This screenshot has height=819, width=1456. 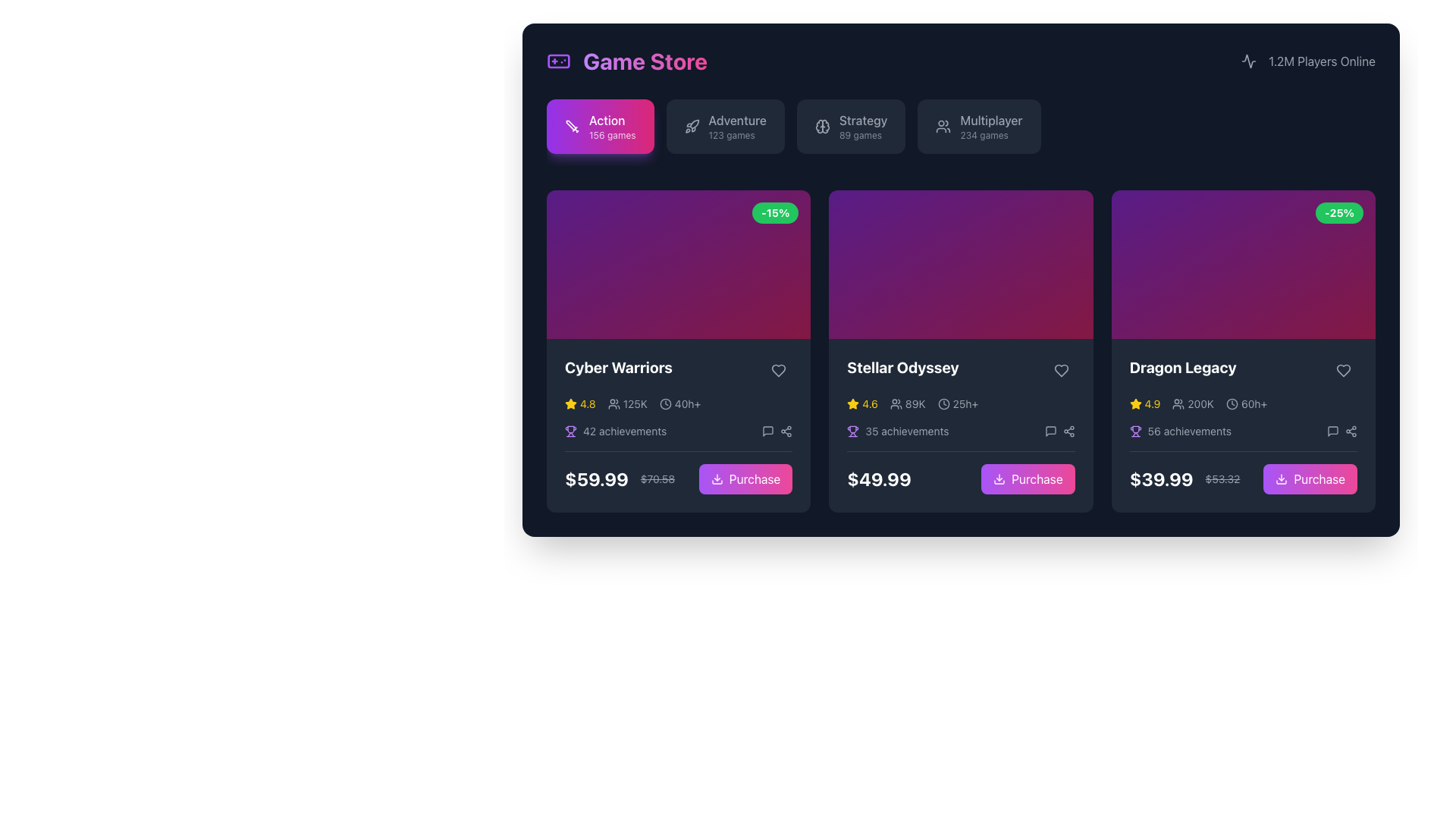 I want to click on the 'Multiplayer' button which contains the text label group with 'Multiplayer' and '234 games' to filter by this category, so click(x=991, y=125).